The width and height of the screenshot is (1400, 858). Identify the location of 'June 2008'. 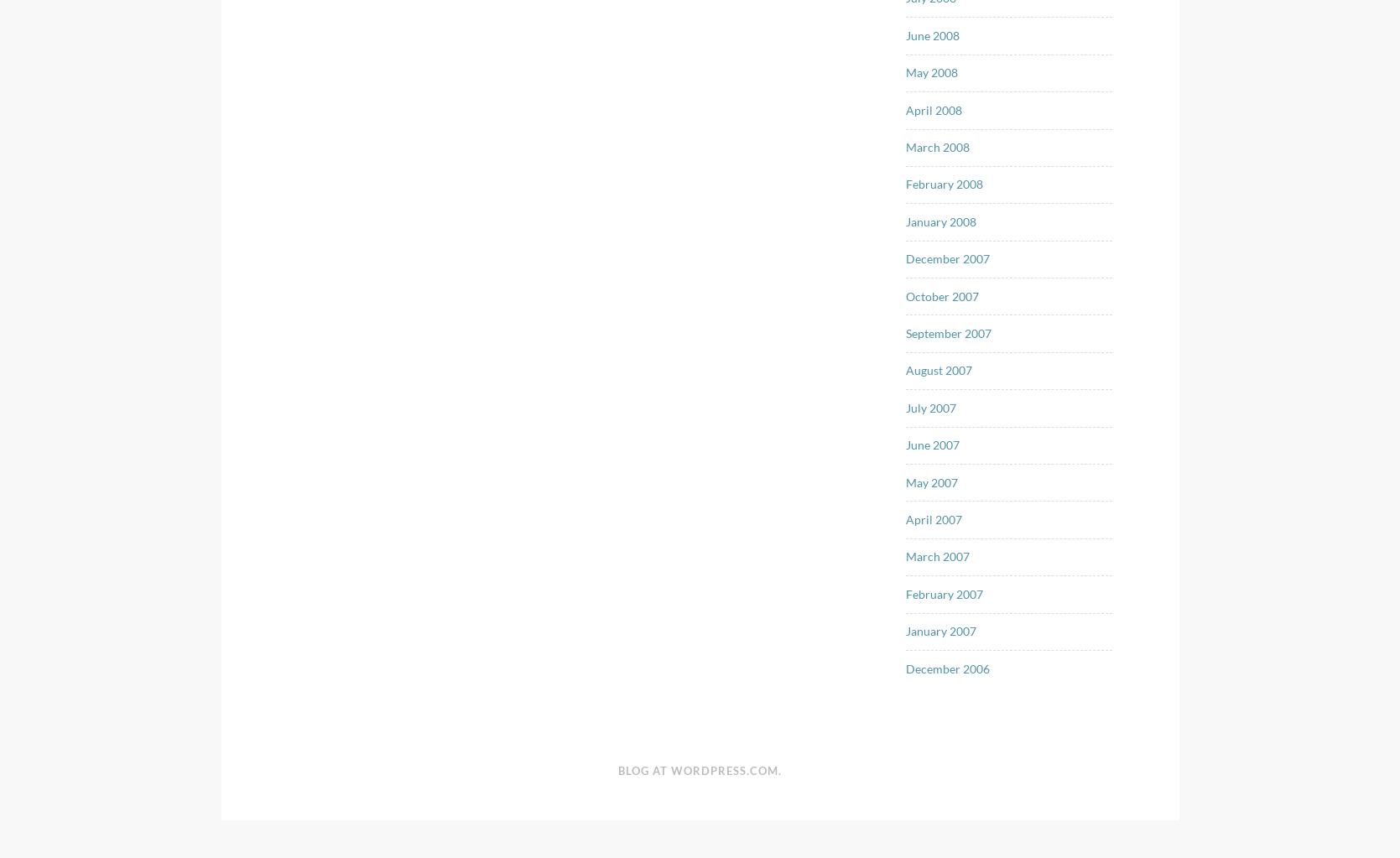
(933, 34).